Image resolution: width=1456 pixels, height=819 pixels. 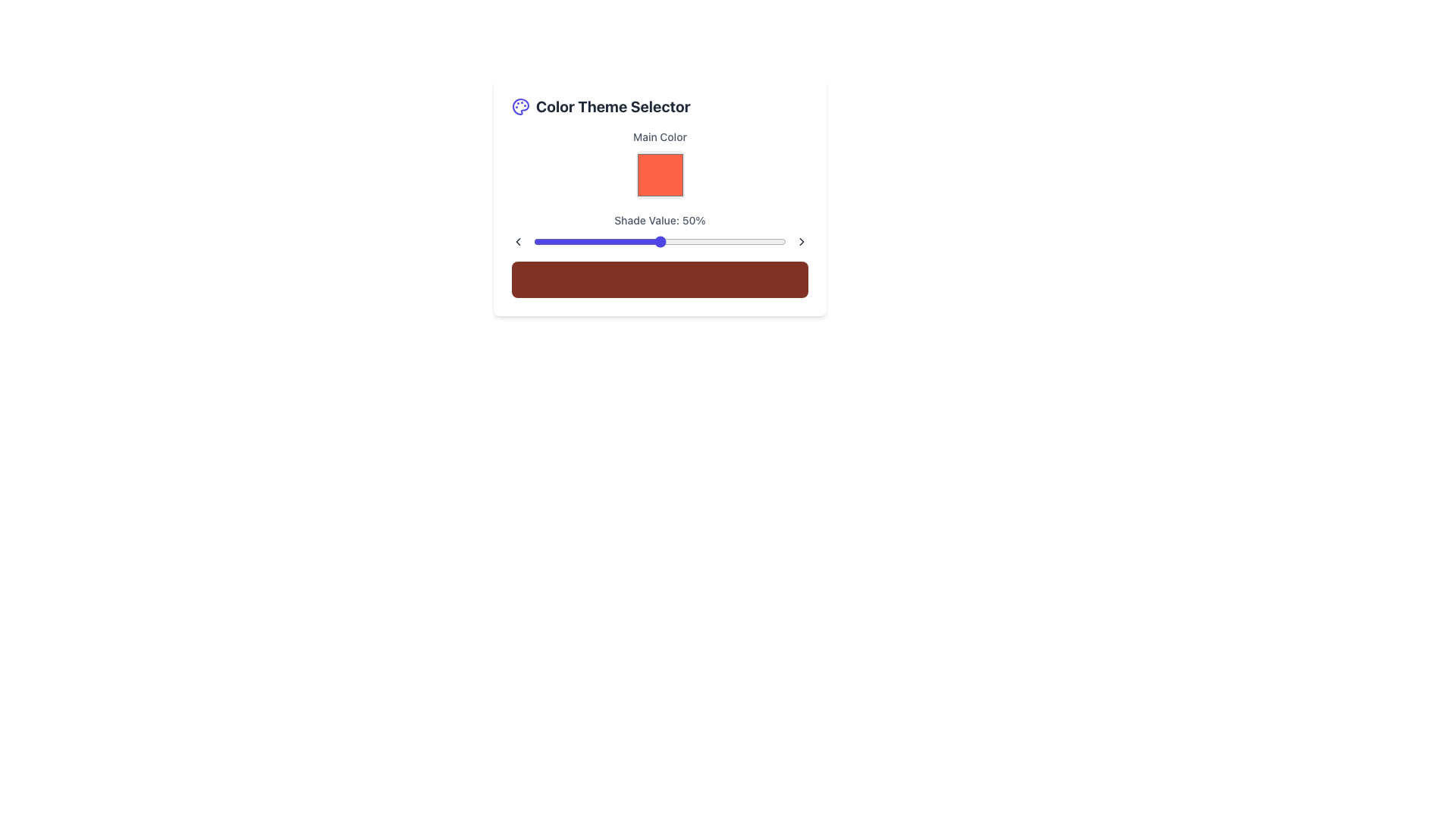 What do you see at coordinates (764, 241) in the screenshot?
I see `the shade value` at bounding box center [764, 241].